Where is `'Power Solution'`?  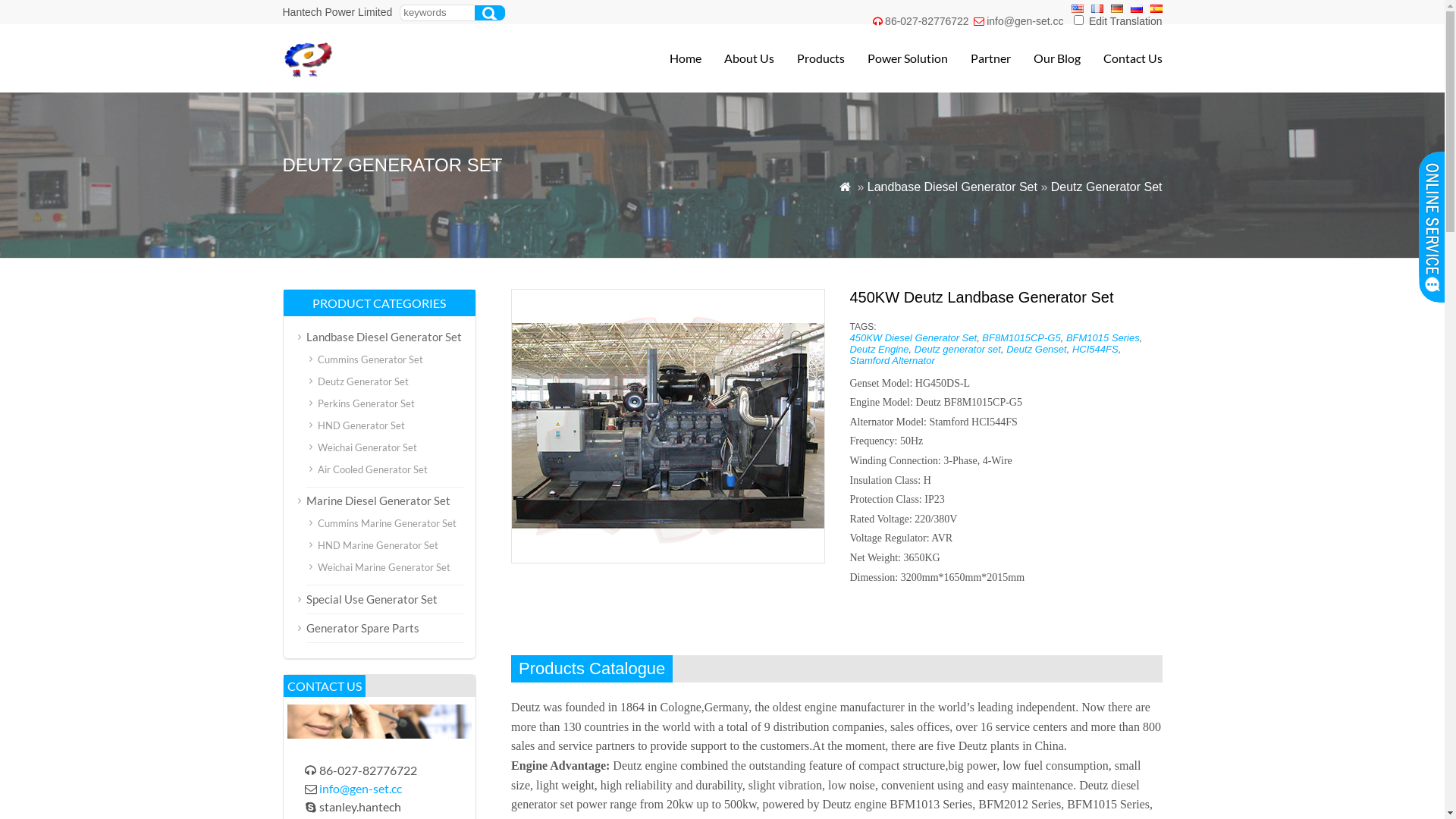
'Power Solution' is located at coordinates (843, 58).